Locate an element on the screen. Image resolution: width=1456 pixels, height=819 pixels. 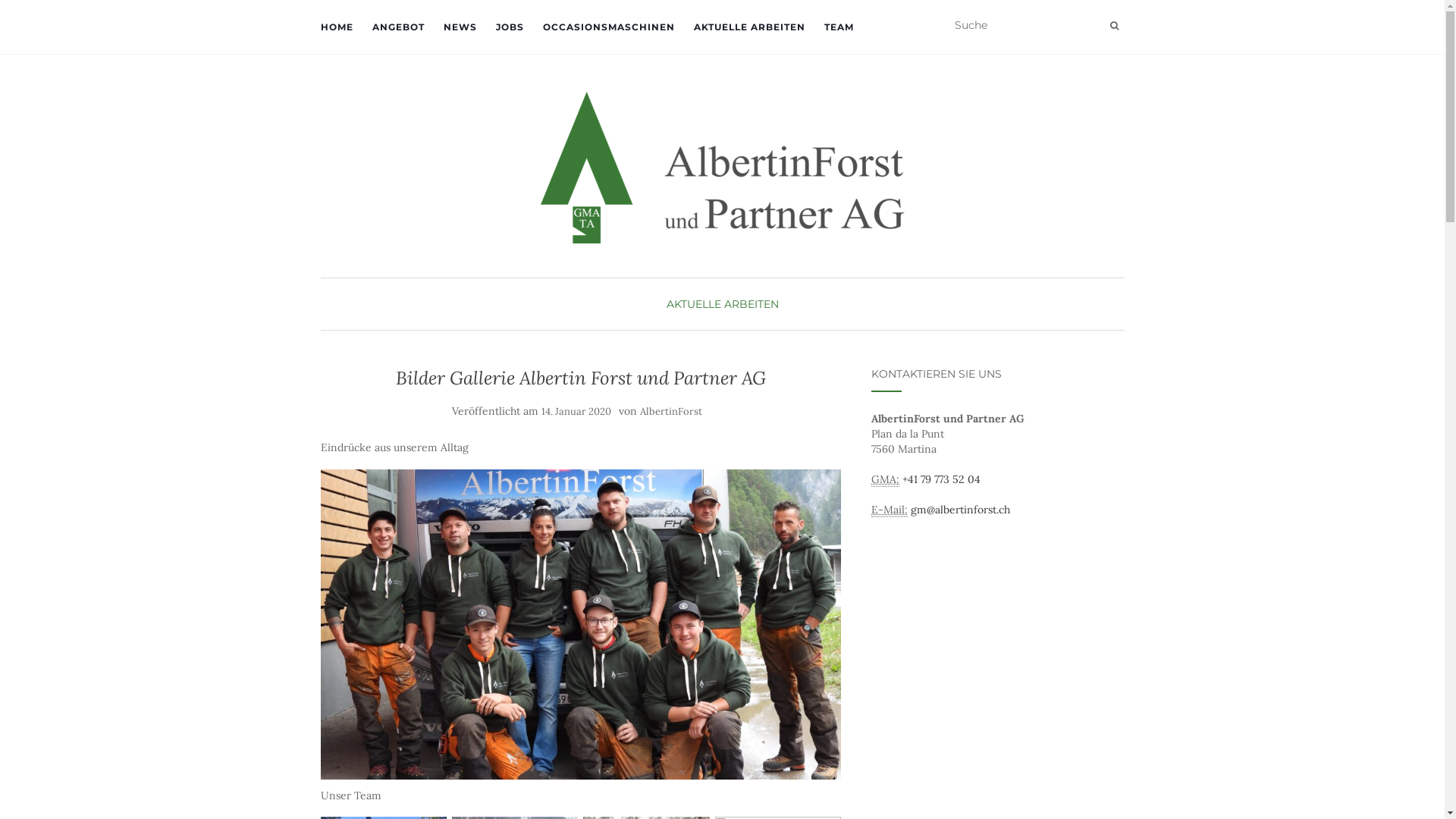
'Suche' is located at coordinates (1114, 26).